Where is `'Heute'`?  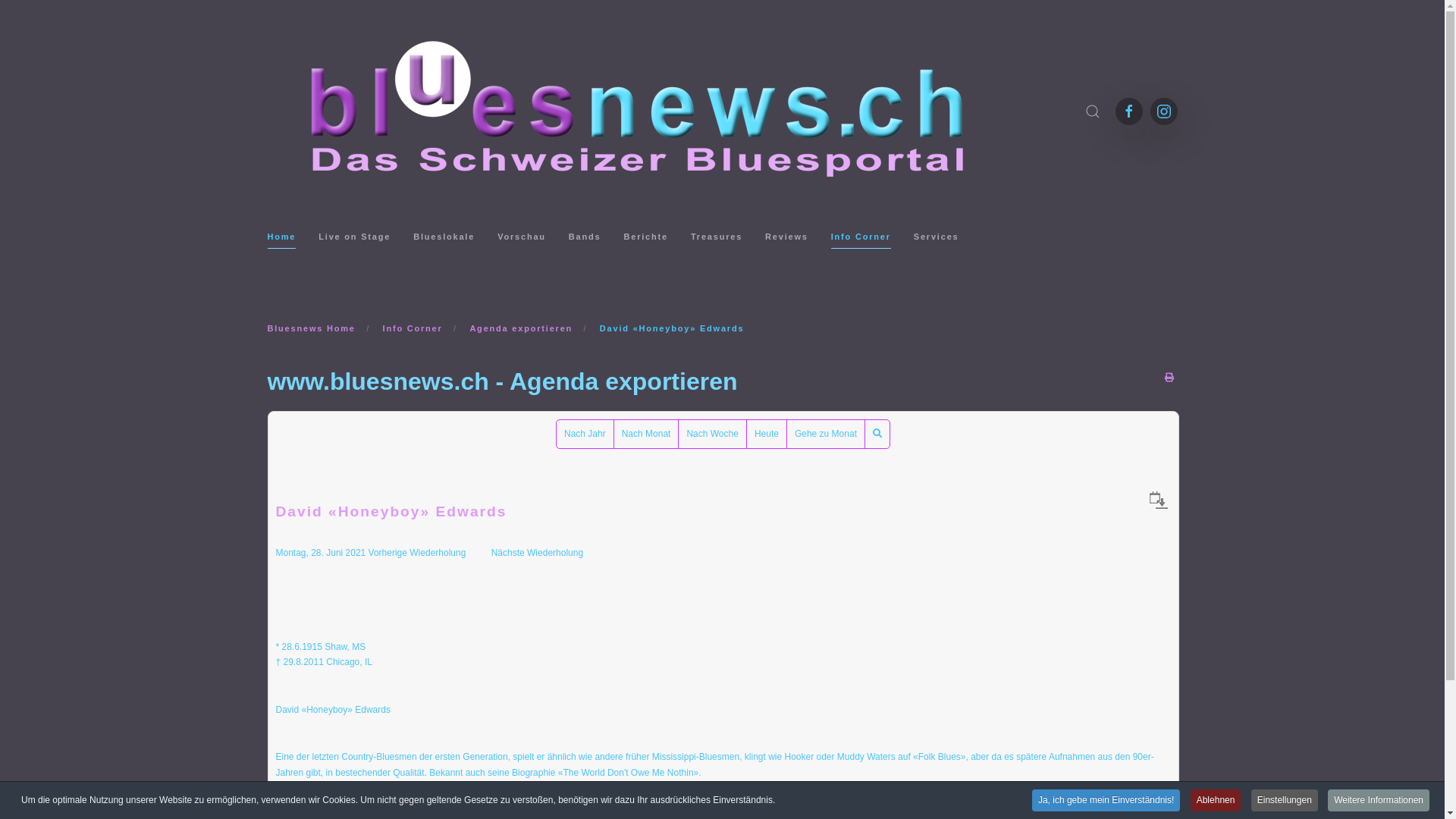 'Heute' is located at coordinates (767, 434).